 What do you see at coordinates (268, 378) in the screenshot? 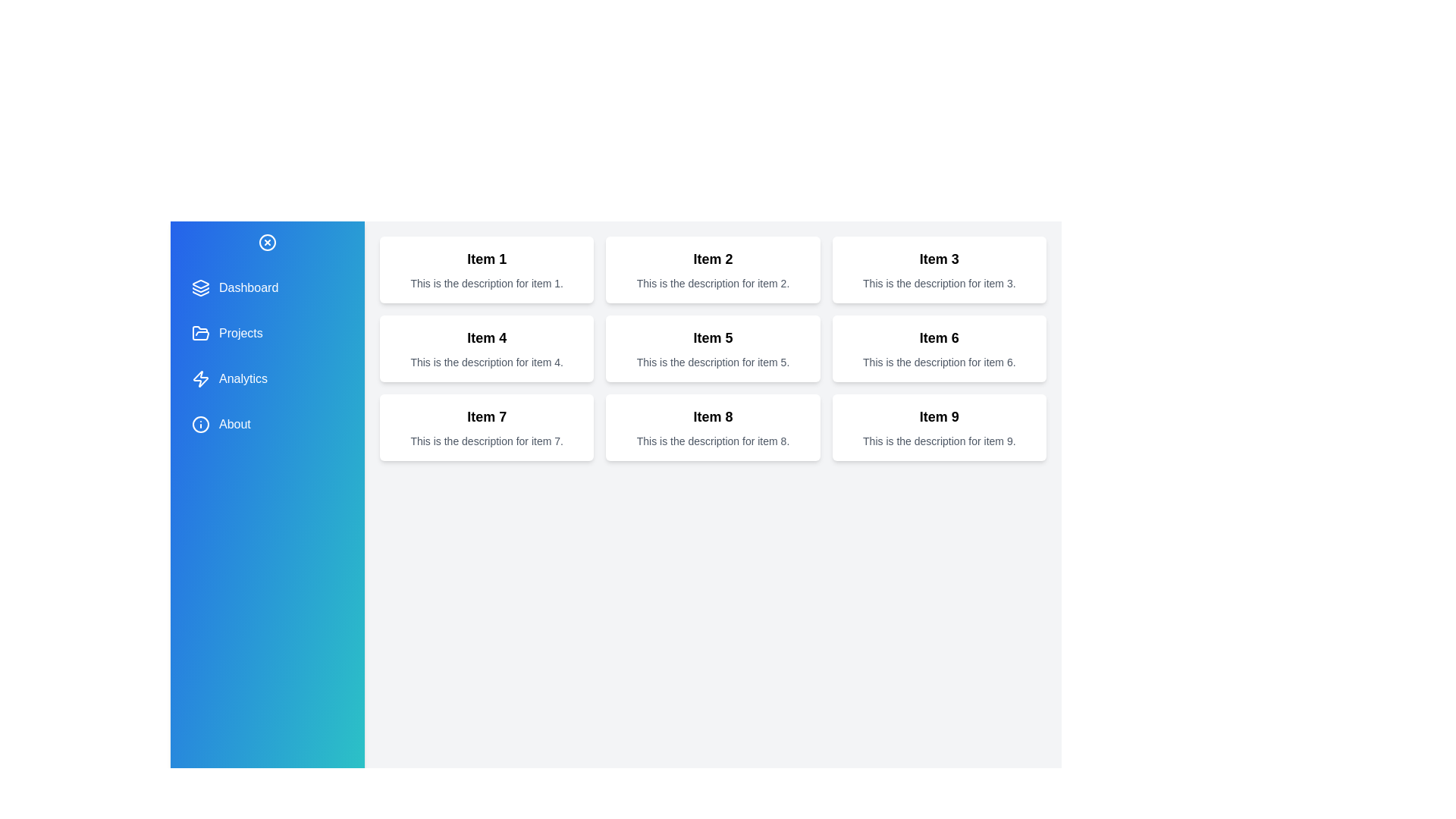
I see `the menu item 'Analytics' to observe its hover effect` at bounding box center [268, 378].